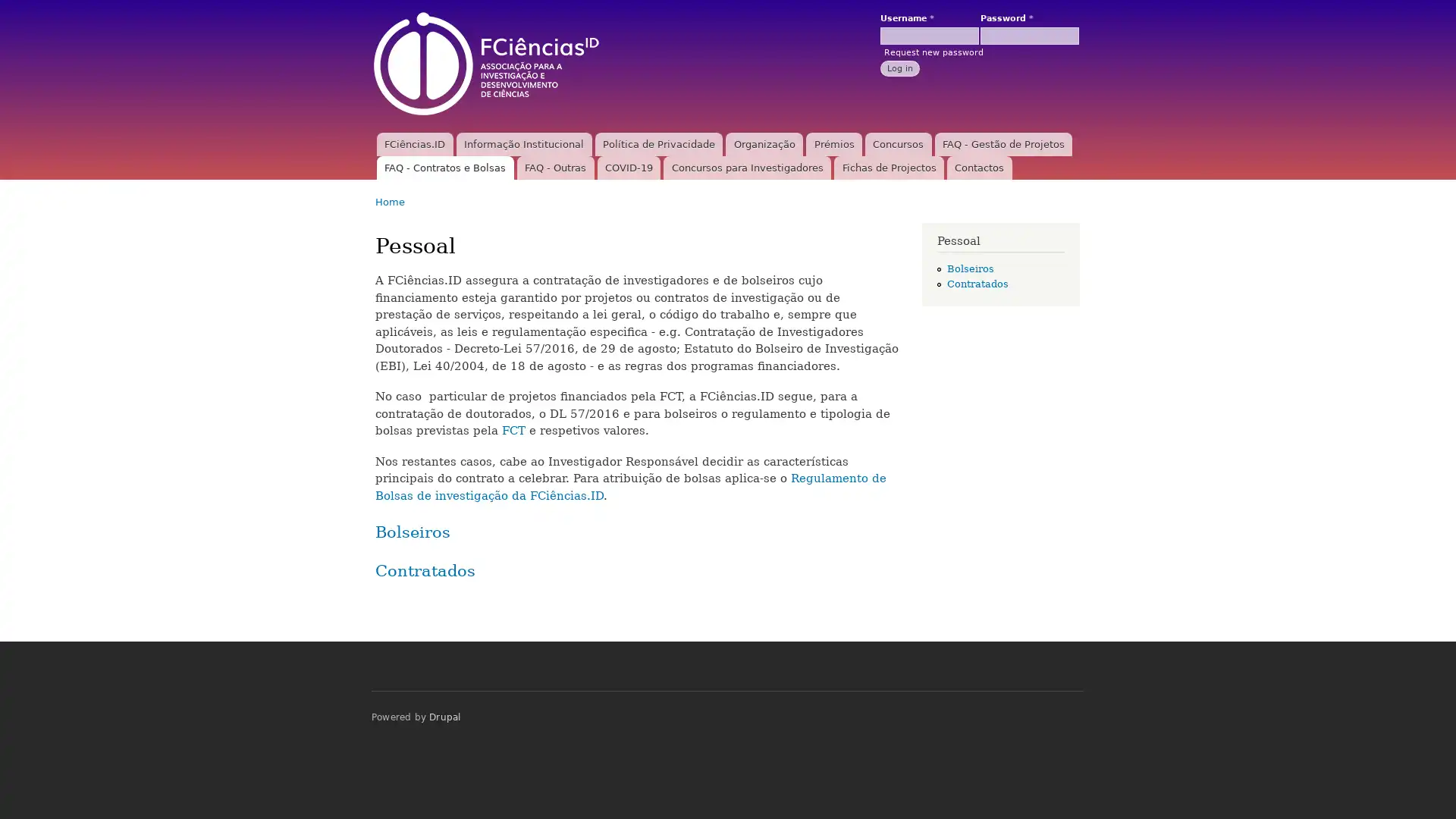 The width and height of the screenshot is (1456, 819). Describe the element at coordinates (899, 67) in the screenshot. I see `Log in` at that location.